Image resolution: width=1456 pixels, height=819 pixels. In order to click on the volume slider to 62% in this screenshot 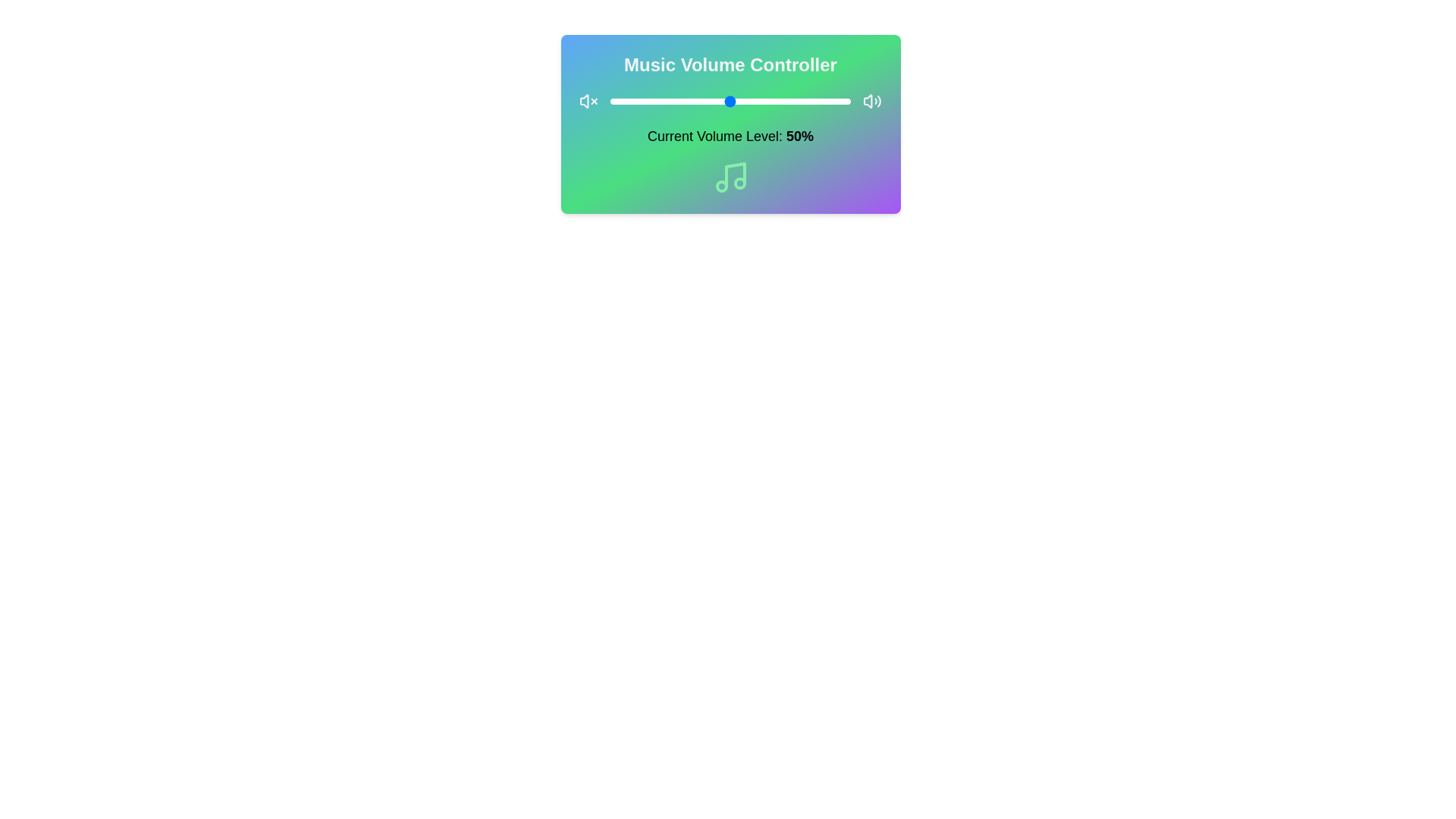, I will do `click(759, 102)`.